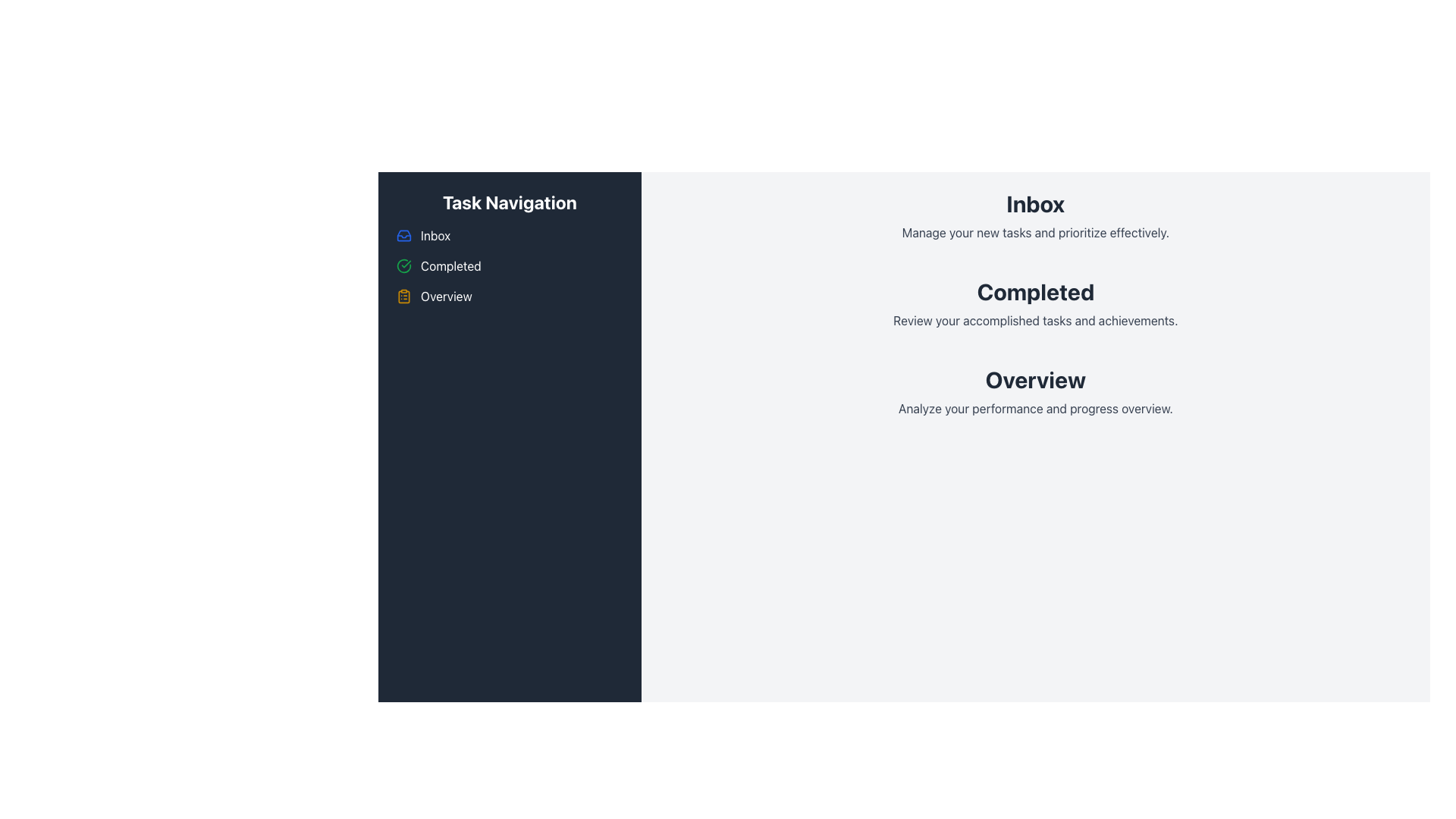 This screenshot has width=1456, height=819. I want to click on the 'Completed' icon located in the left navigation panel, which is the second item in the list preceding the text label 'Completed', so click(403, 265).